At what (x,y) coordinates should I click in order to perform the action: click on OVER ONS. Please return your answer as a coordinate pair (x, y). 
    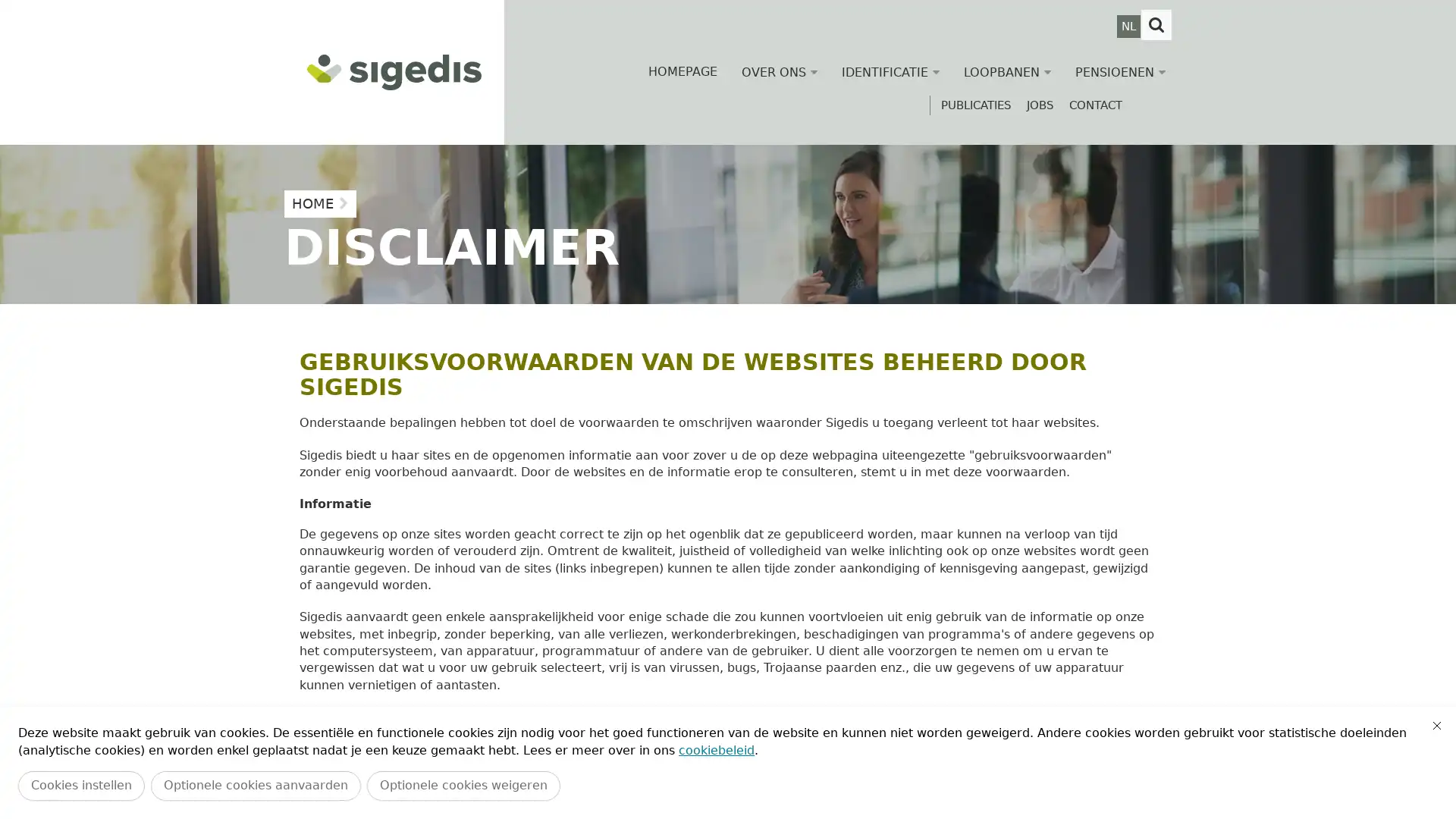
    Looking at the image, I should click on (779, 72).